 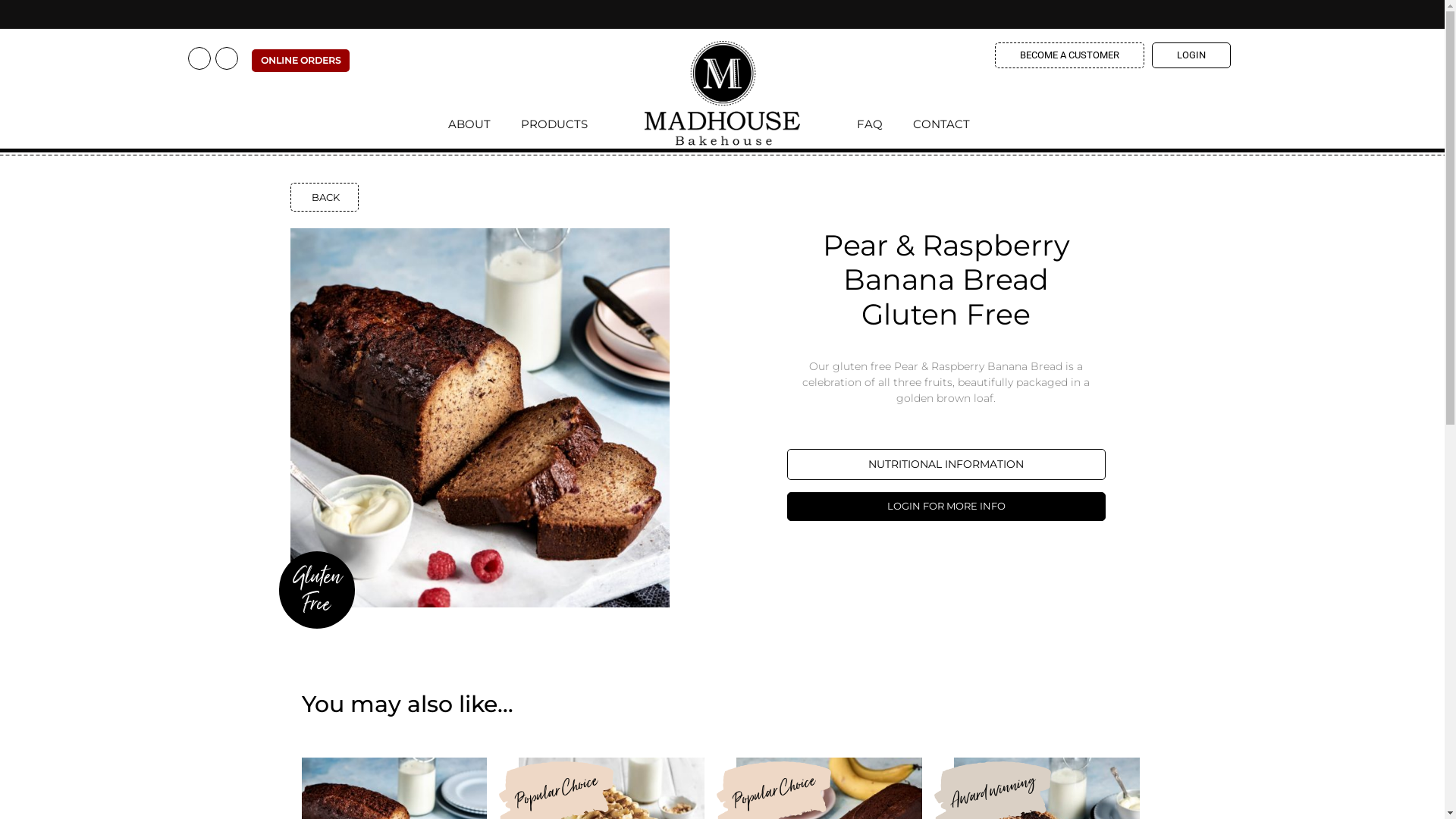 What do you see at coordinates (506, 127) in the screenshot?
I see `'PRODUCTS'` at bounding box center [506, 127].